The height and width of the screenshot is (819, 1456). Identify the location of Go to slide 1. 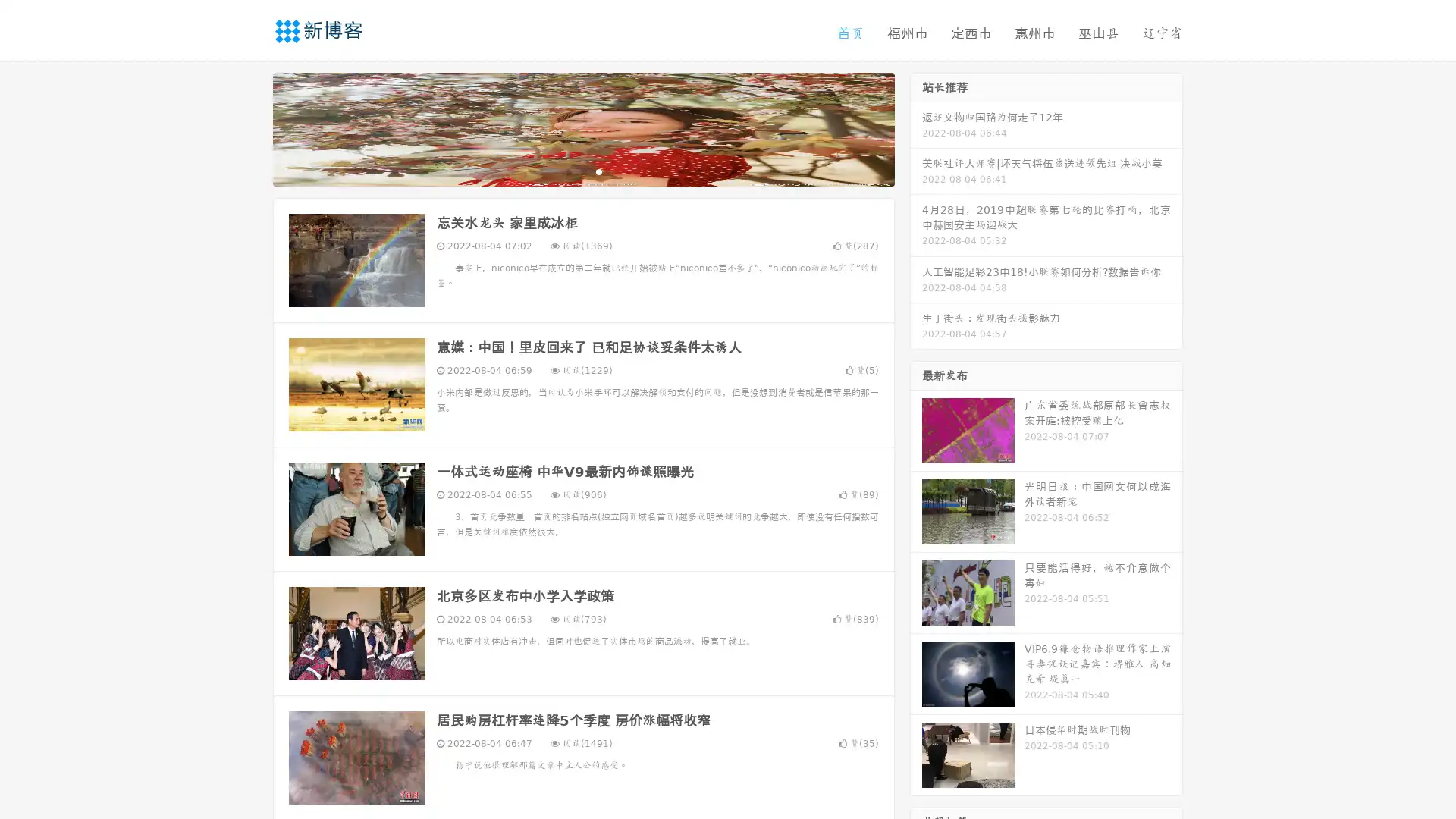
(567, 171).